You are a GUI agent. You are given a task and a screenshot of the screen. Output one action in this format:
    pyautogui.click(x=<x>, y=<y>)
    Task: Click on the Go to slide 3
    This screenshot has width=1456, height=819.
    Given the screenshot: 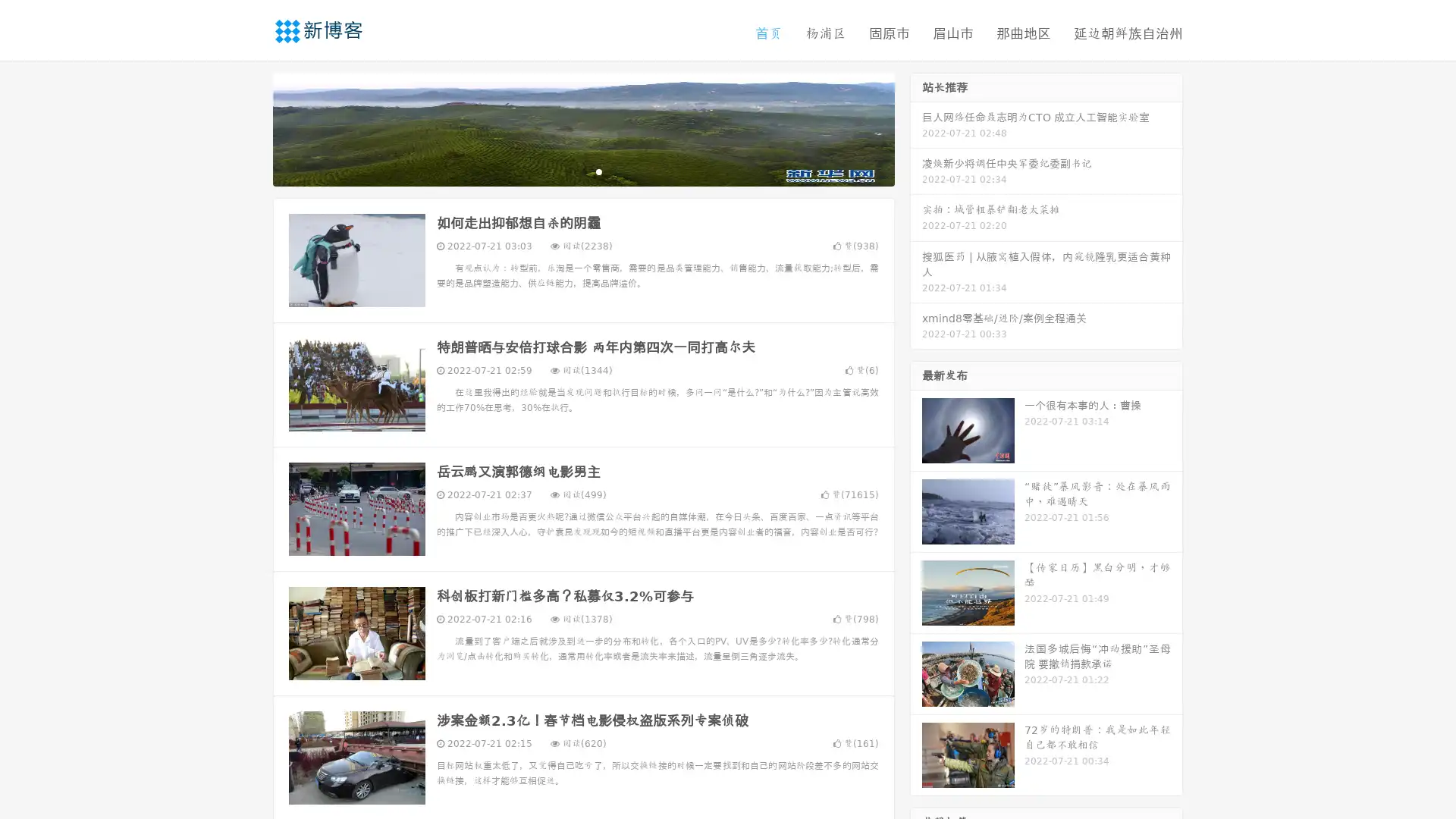 What is the action you would take?
    pyautogui.click(x=598, y=171)
    